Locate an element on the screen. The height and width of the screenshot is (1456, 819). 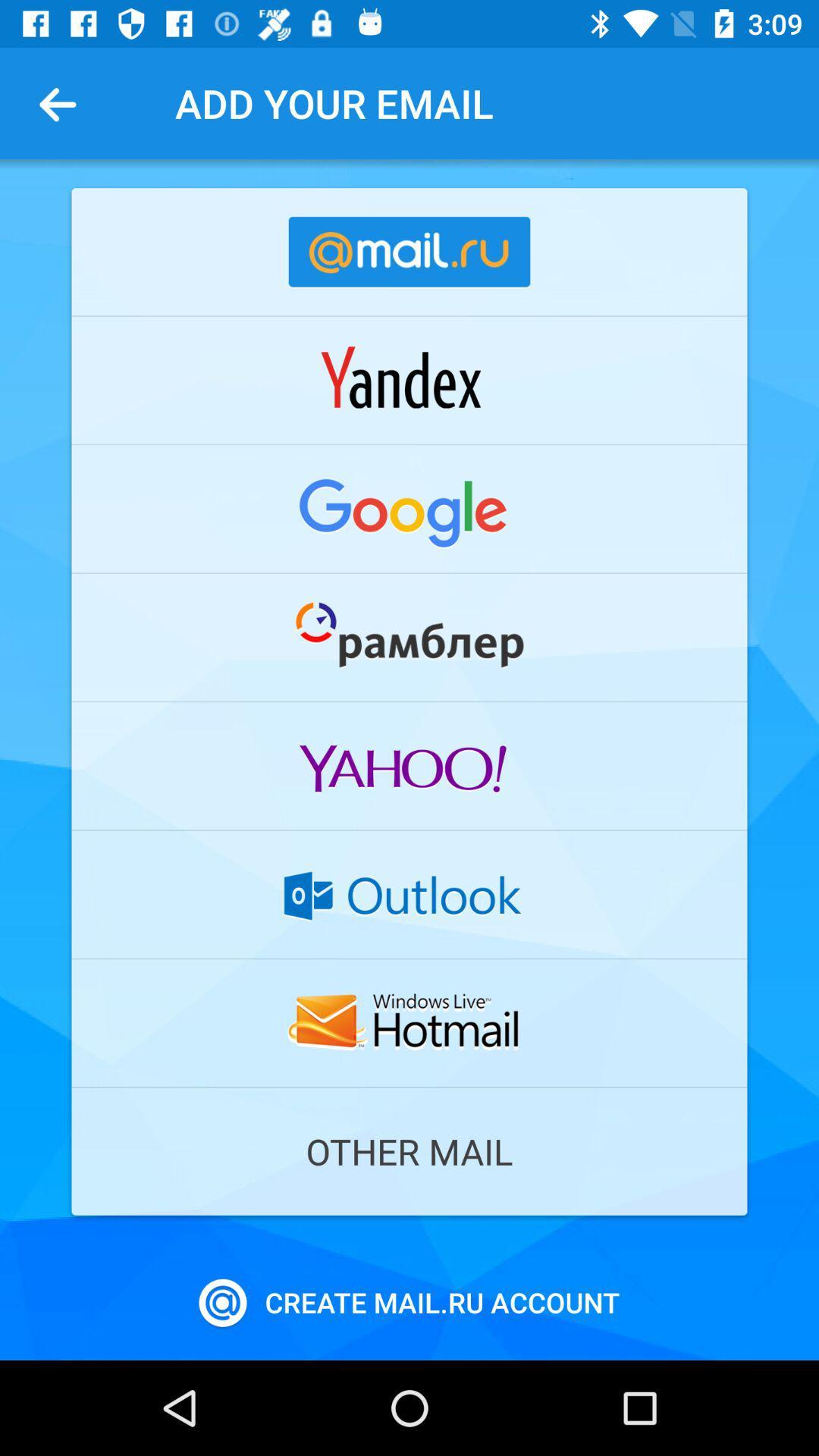
choose email option is located at coordinates (409, 894).